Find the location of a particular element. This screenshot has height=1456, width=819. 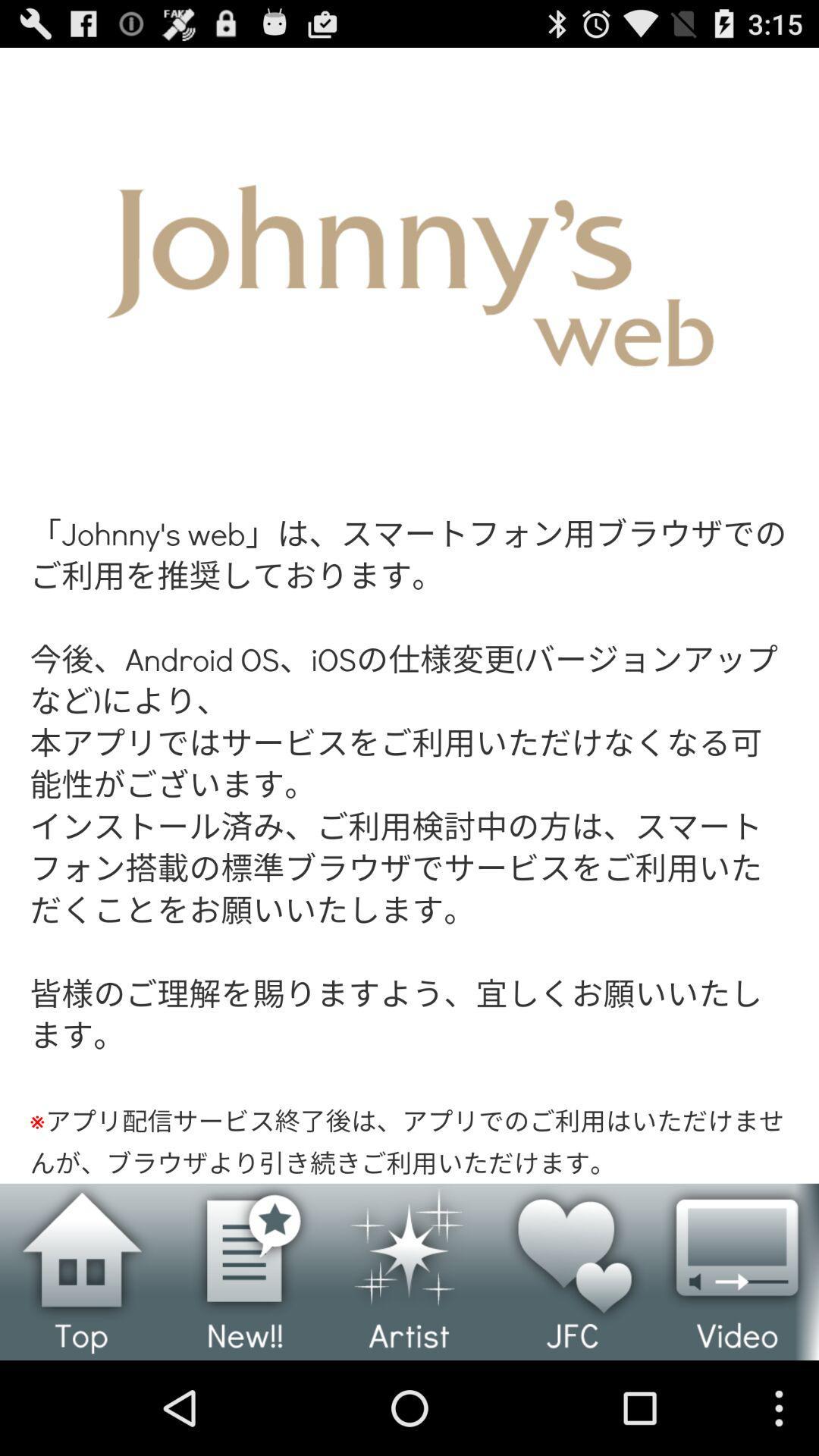

open artist page is located at coordinates (409, 1272).